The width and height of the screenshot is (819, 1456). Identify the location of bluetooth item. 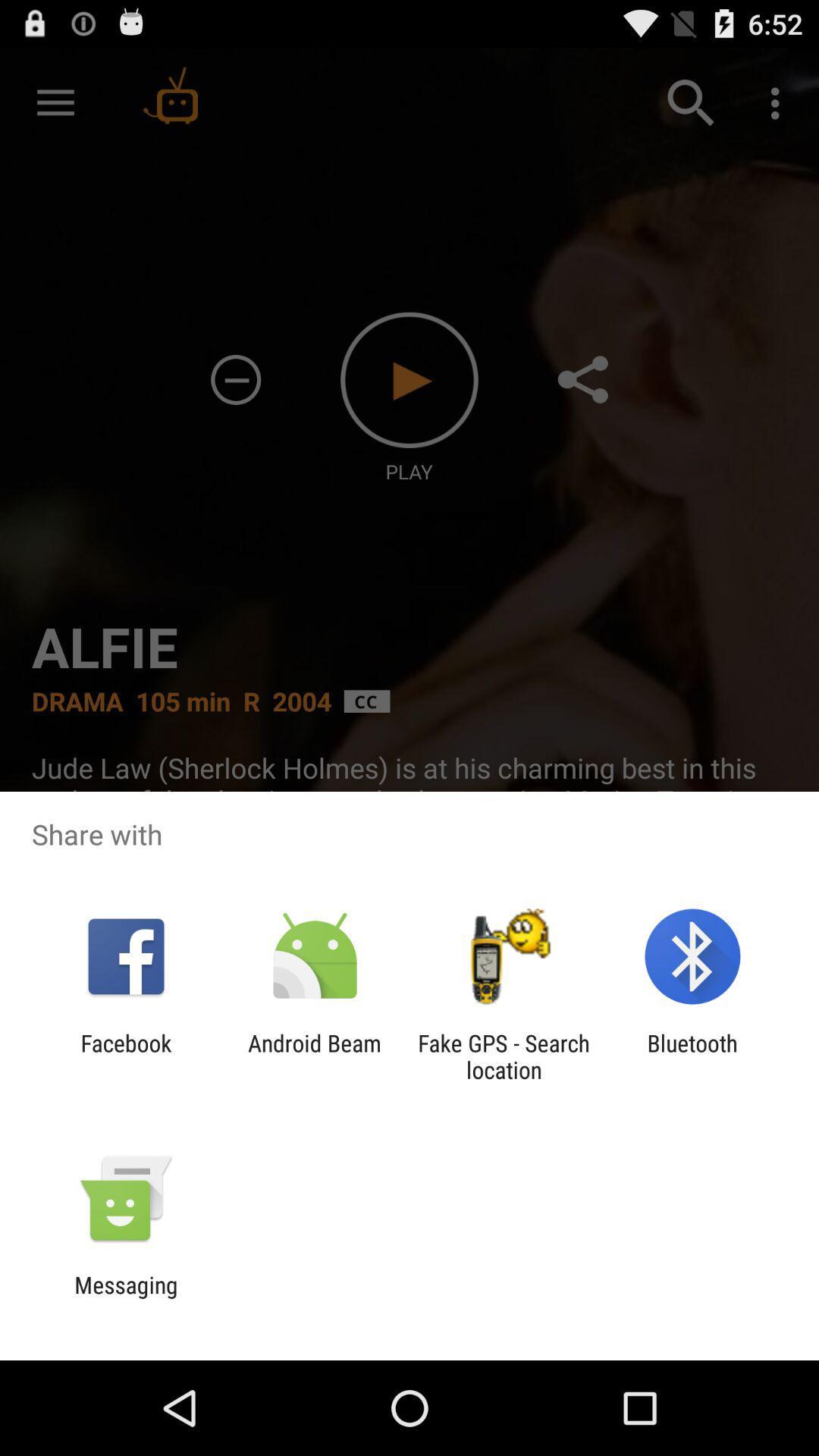
(692, 1056).